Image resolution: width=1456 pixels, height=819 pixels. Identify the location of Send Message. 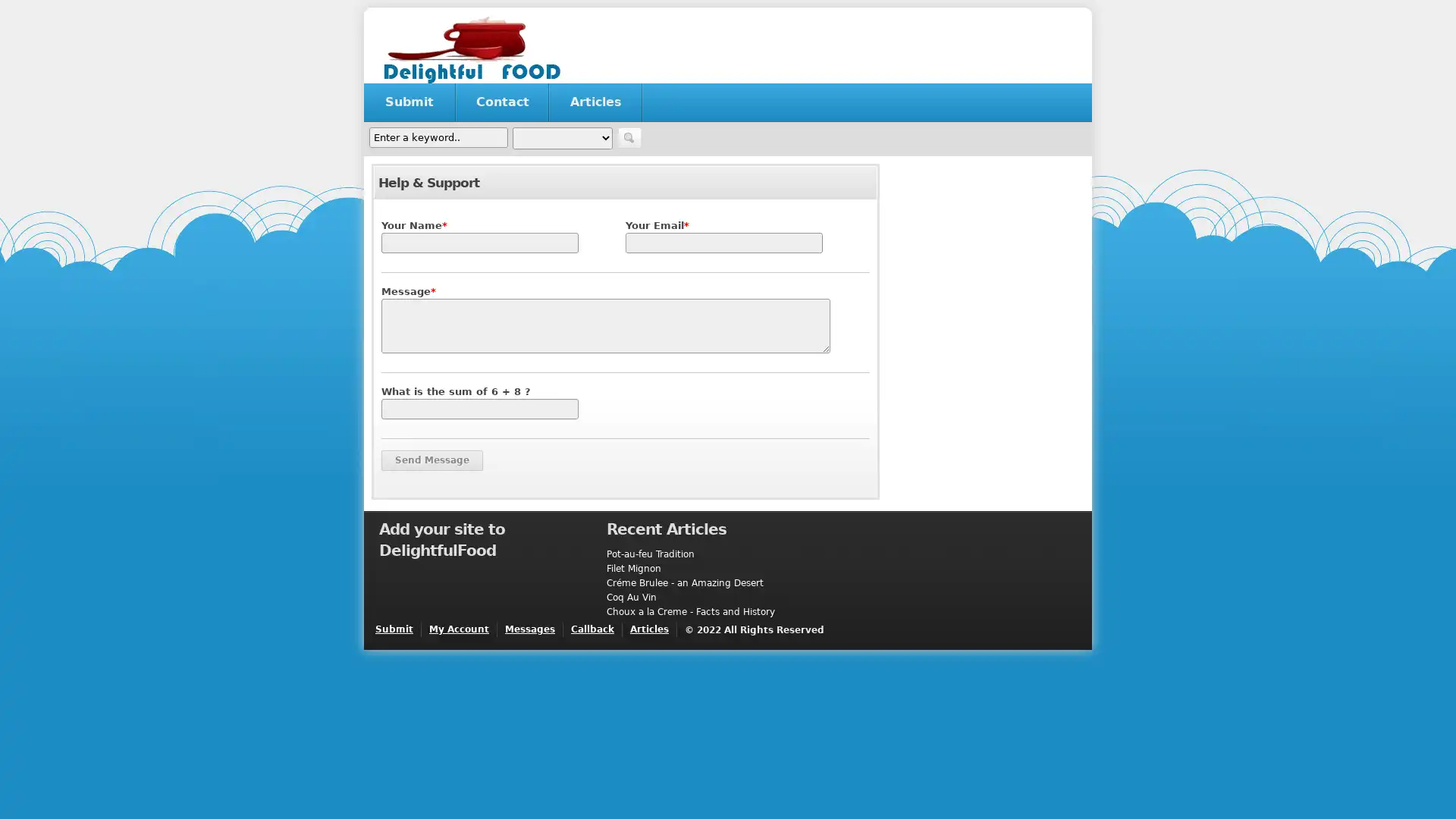
(431, 460).